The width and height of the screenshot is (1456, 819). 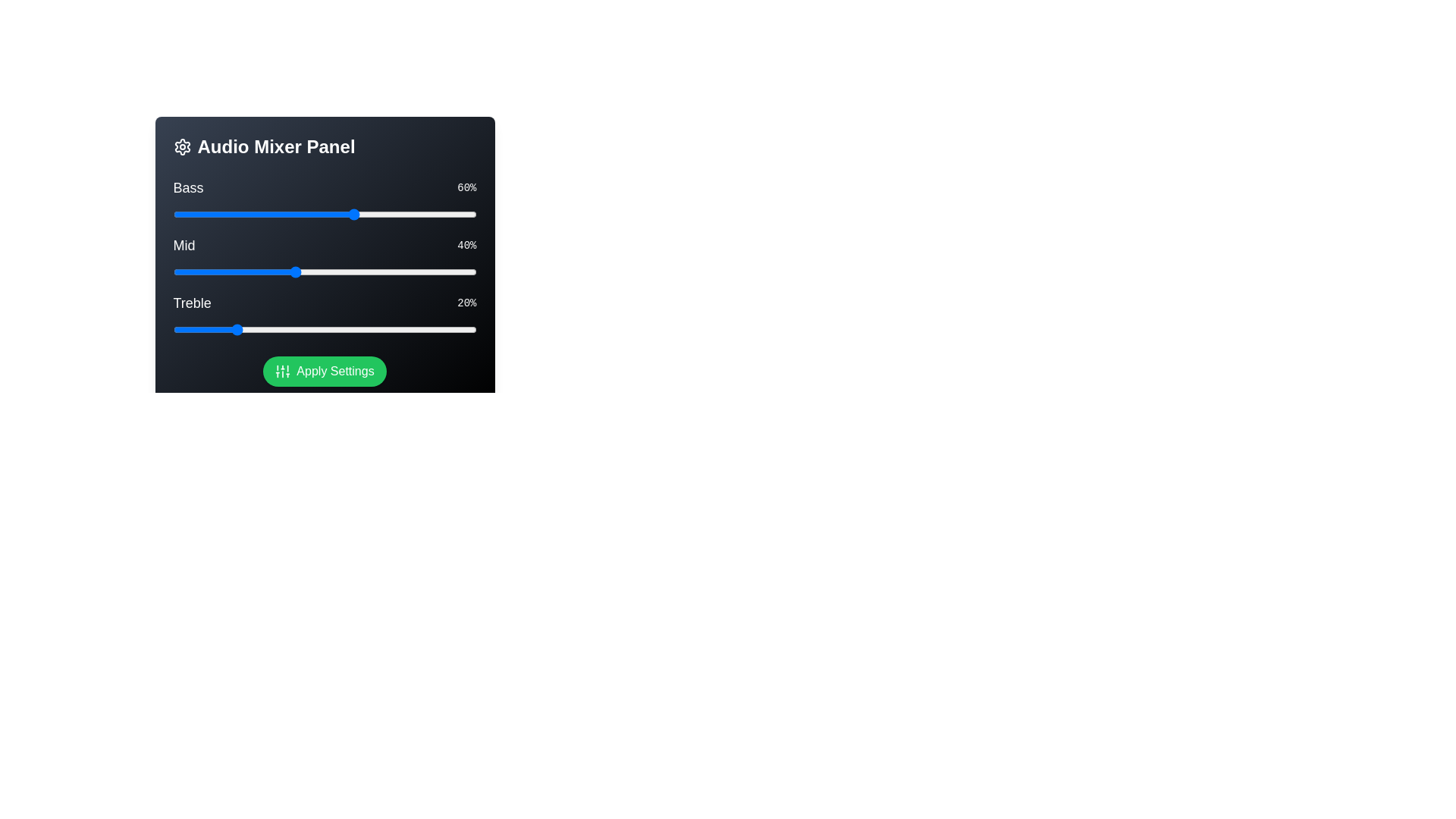 What do you see at coordinates (227, 214) in the screenshot?
I see `the Bass slider to 18%` at bounding box center [227, 214].